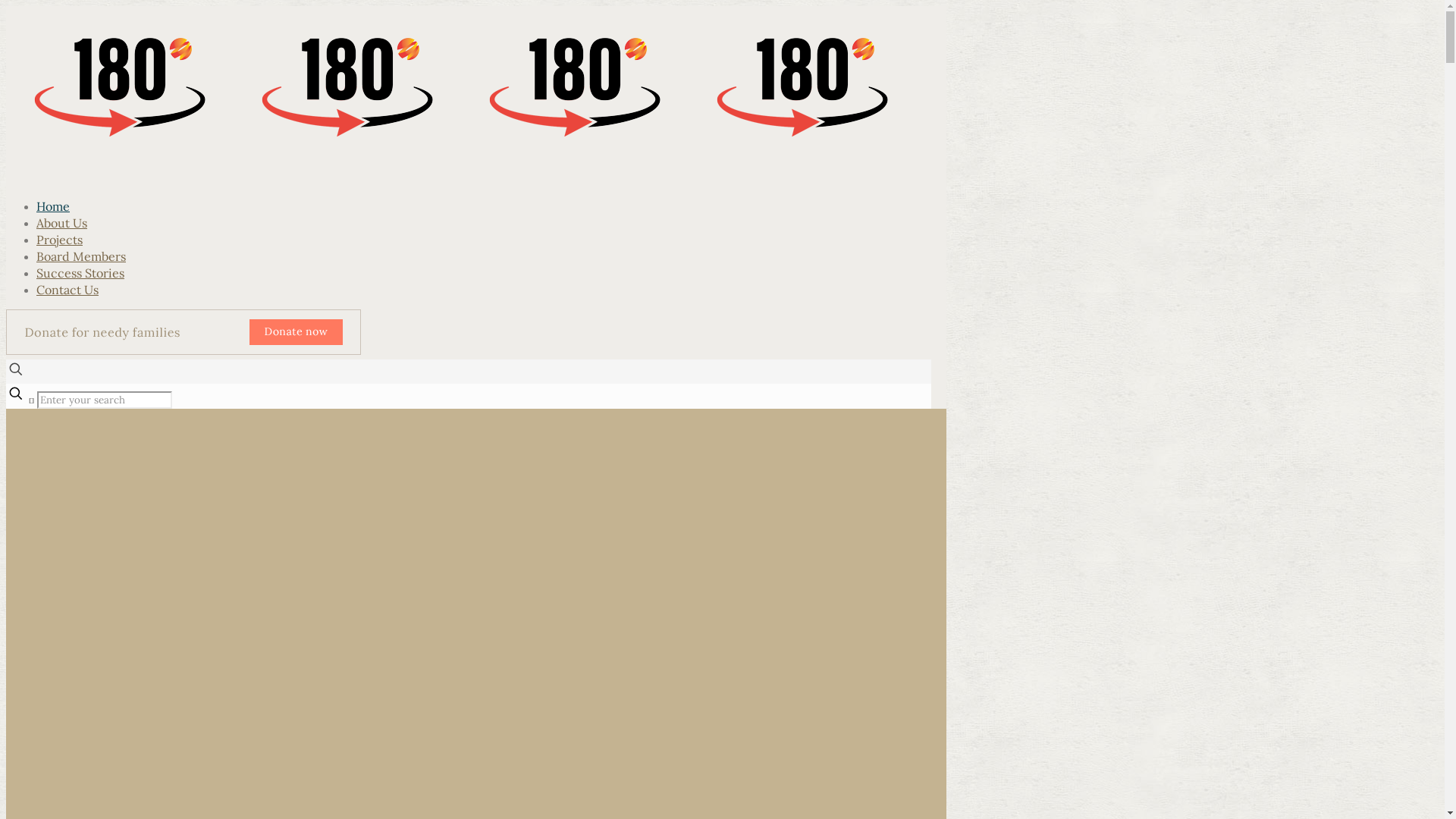  I want to click on 'About Us', so click(61, 222).